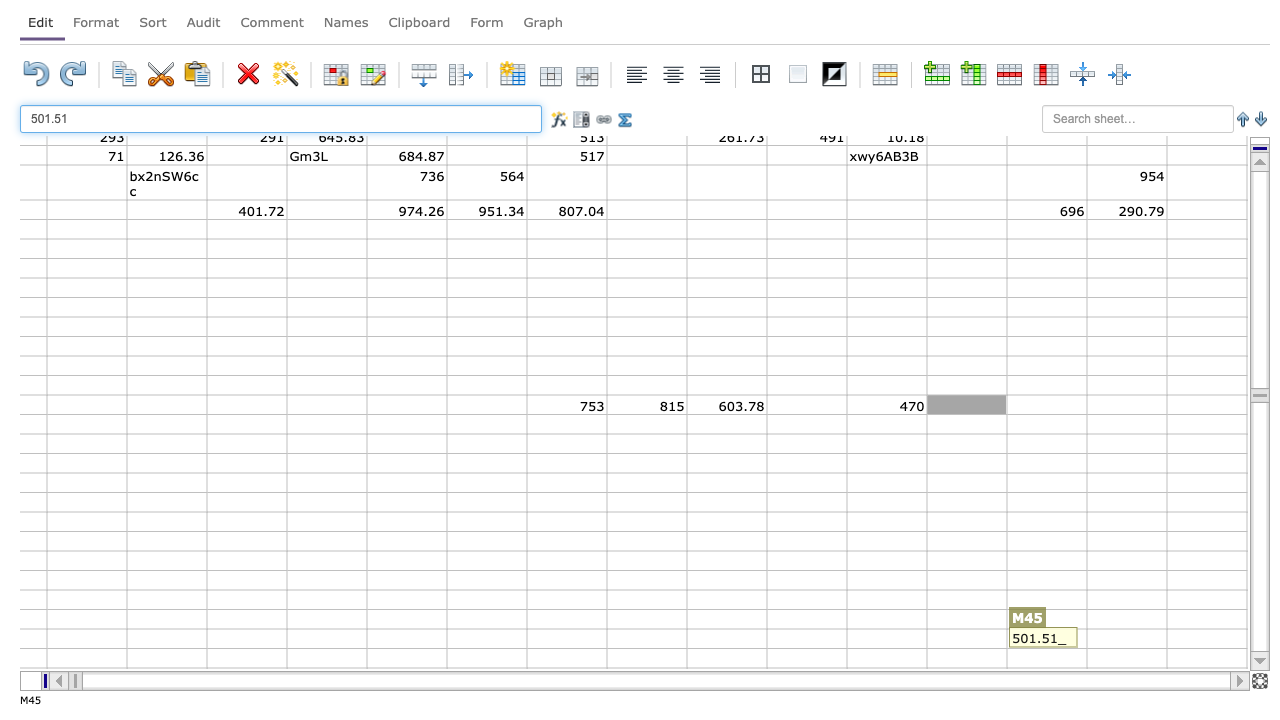  I want to click on Place cursor on right border of O57, so click(1166, 638).